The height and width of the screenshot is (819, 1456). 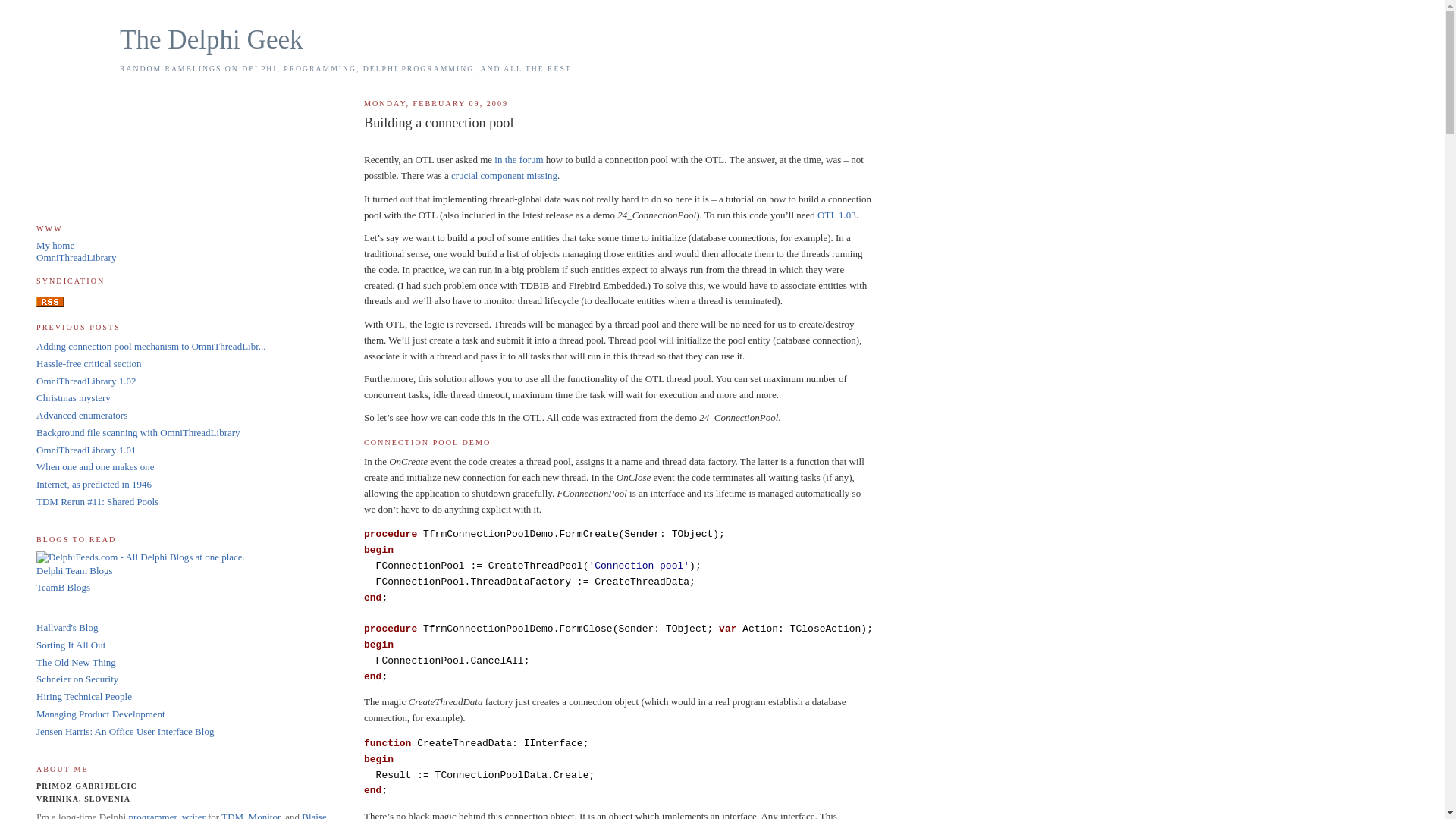 I want to click on 'When one and one makes one', so click(x=94, y=466).